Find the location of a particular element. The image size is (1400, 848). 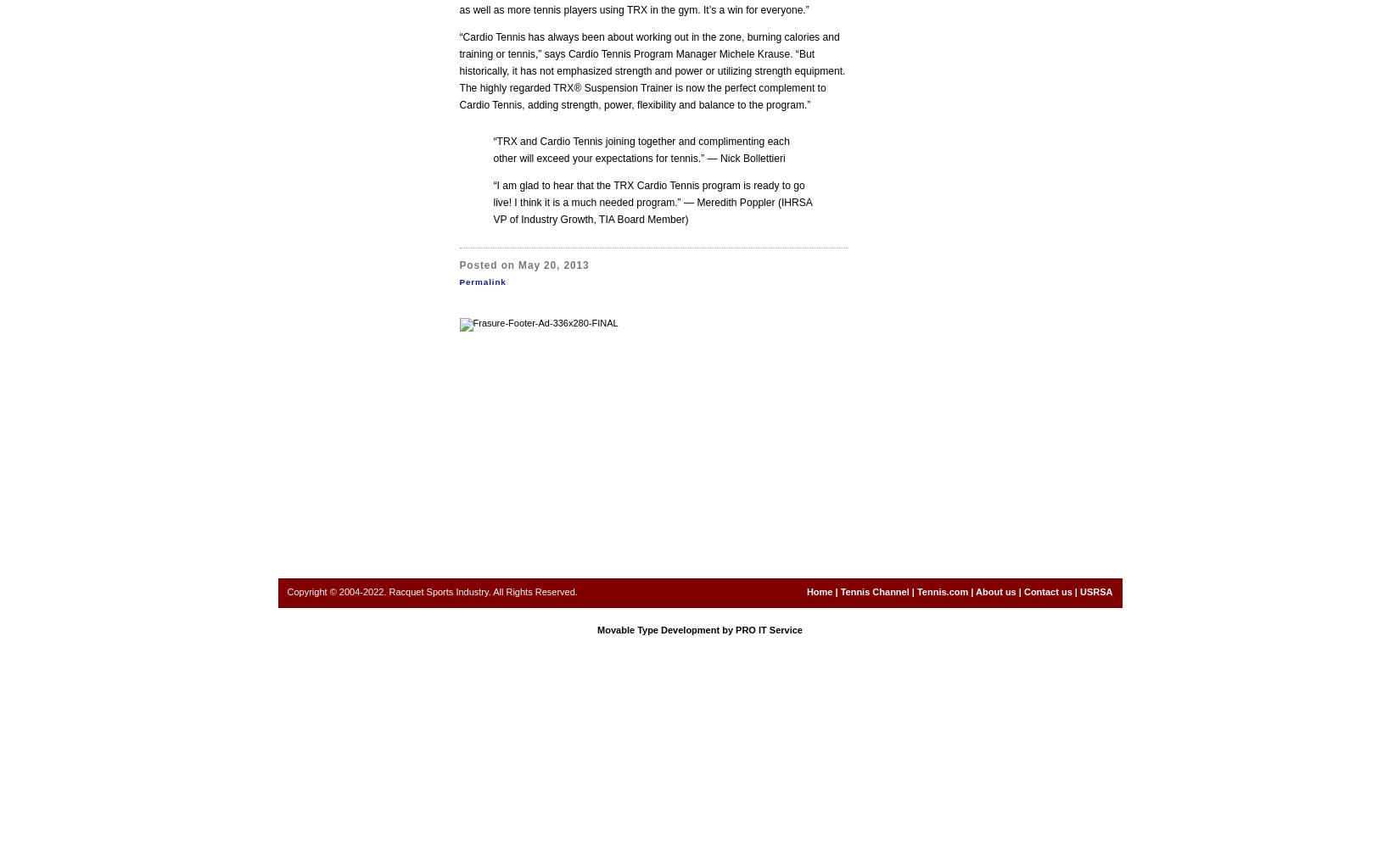

'Home' is located at coordinates (806, 591).